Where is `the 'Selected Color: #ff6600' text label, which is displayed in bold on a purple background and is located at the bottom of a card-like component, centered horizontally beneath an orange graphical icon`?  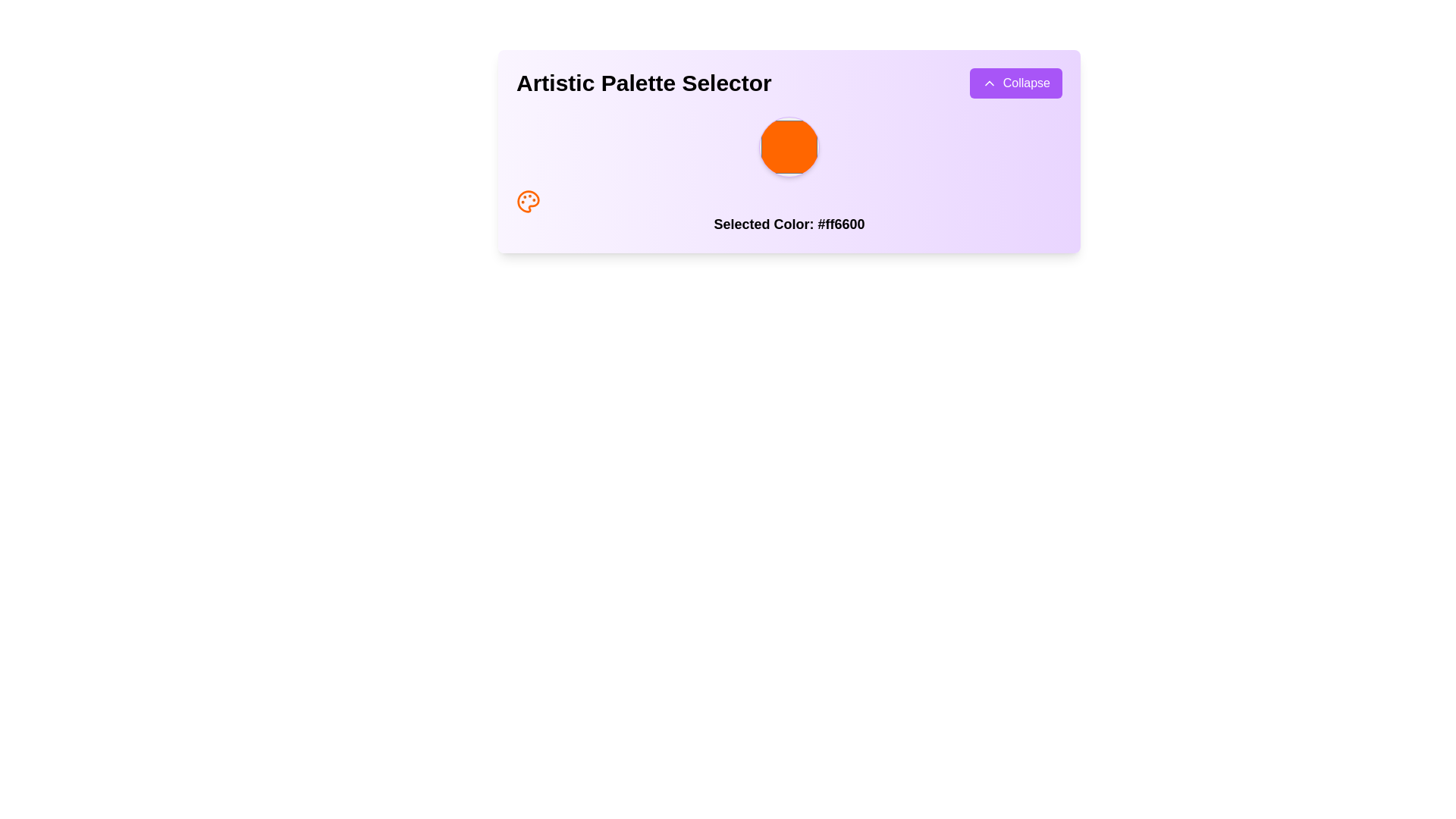
the 'Selected Color: #ff6600' text label, which is displayed in bold on a purple background and is located at the bottom of a card-like component, centered horizontally beneath an orange graphical icon is located at coordinates (789, 224).